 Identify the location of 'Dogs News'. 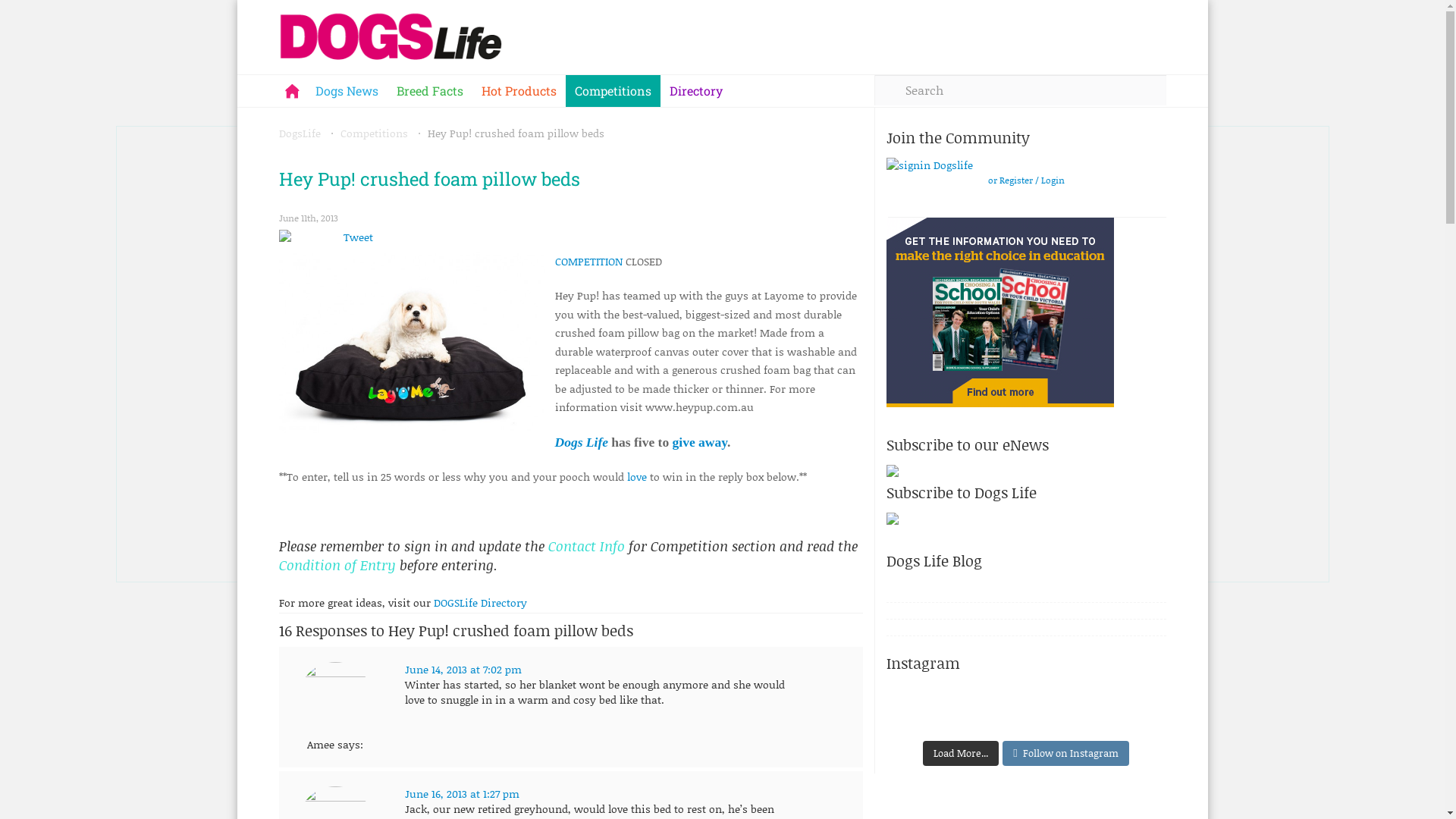
(305, 90).